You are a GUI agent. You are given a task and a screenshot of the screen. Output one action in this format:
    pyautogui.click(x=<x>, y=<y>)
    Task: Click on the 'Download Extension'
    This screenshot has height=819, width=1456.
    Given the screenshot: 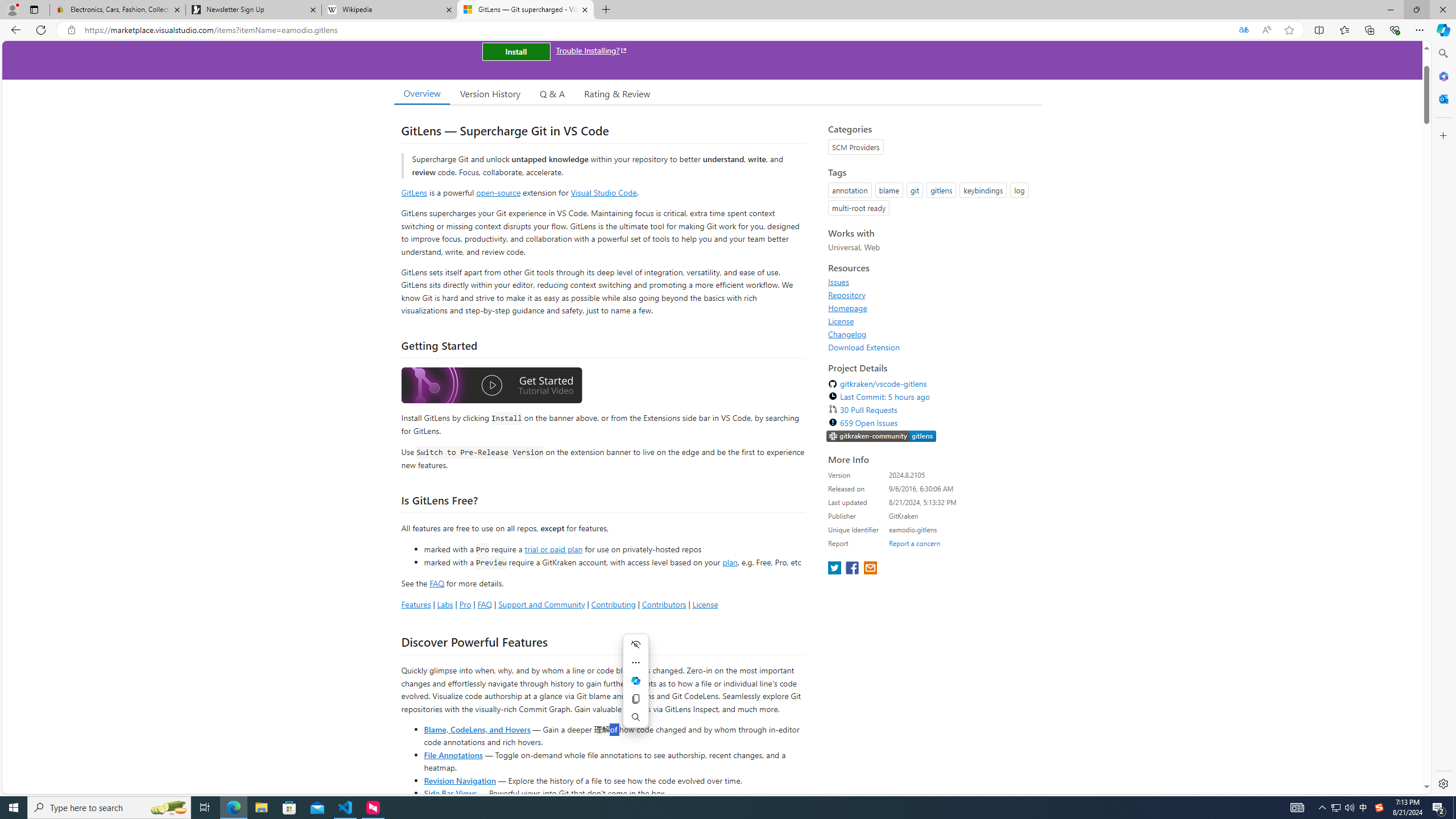 What is the action you would take?
    pyautogui.click(x=932, y=346)
    